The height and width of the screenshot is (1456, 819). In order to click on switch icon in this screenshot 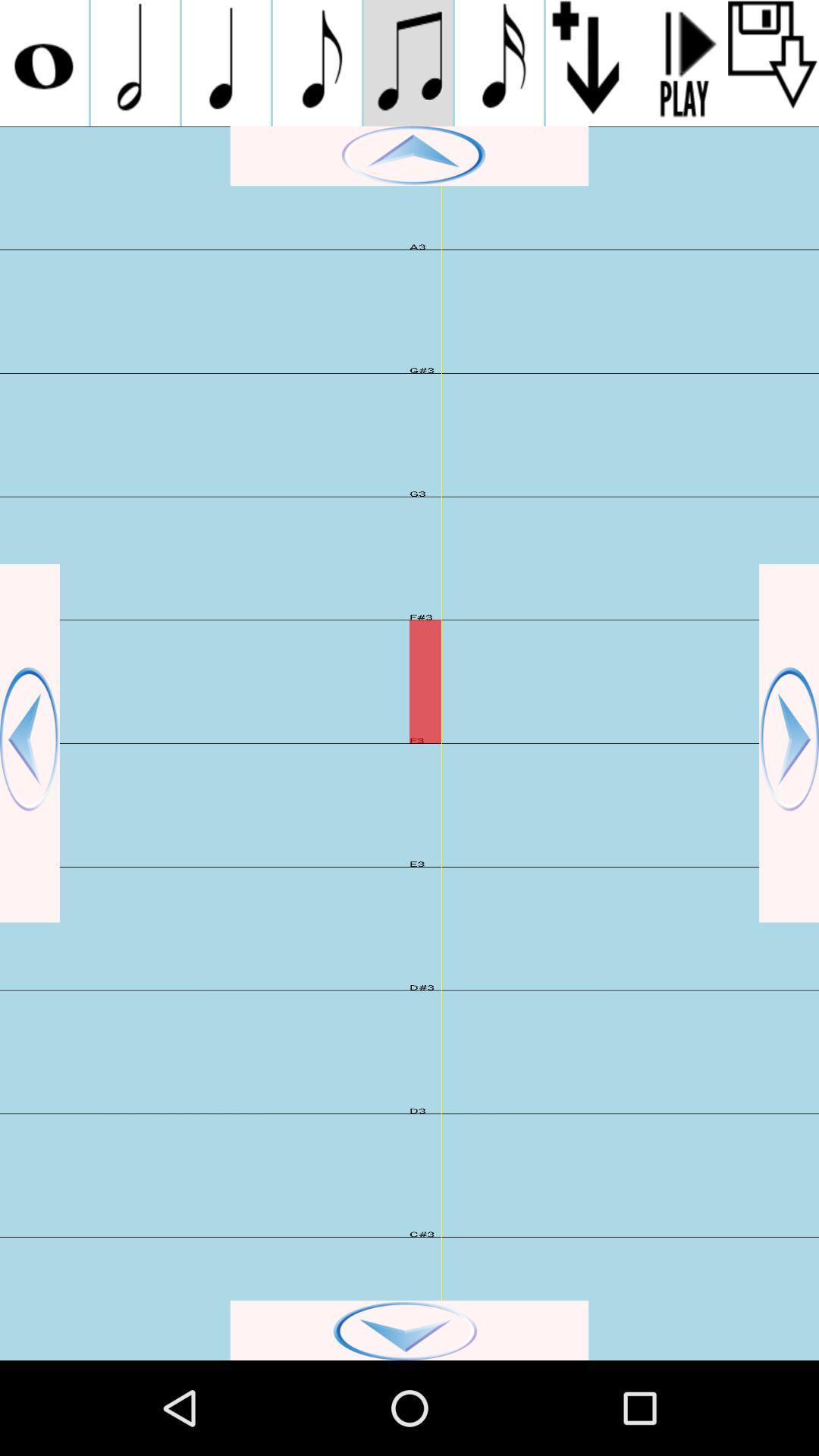, I will do `click(134, 62)`.